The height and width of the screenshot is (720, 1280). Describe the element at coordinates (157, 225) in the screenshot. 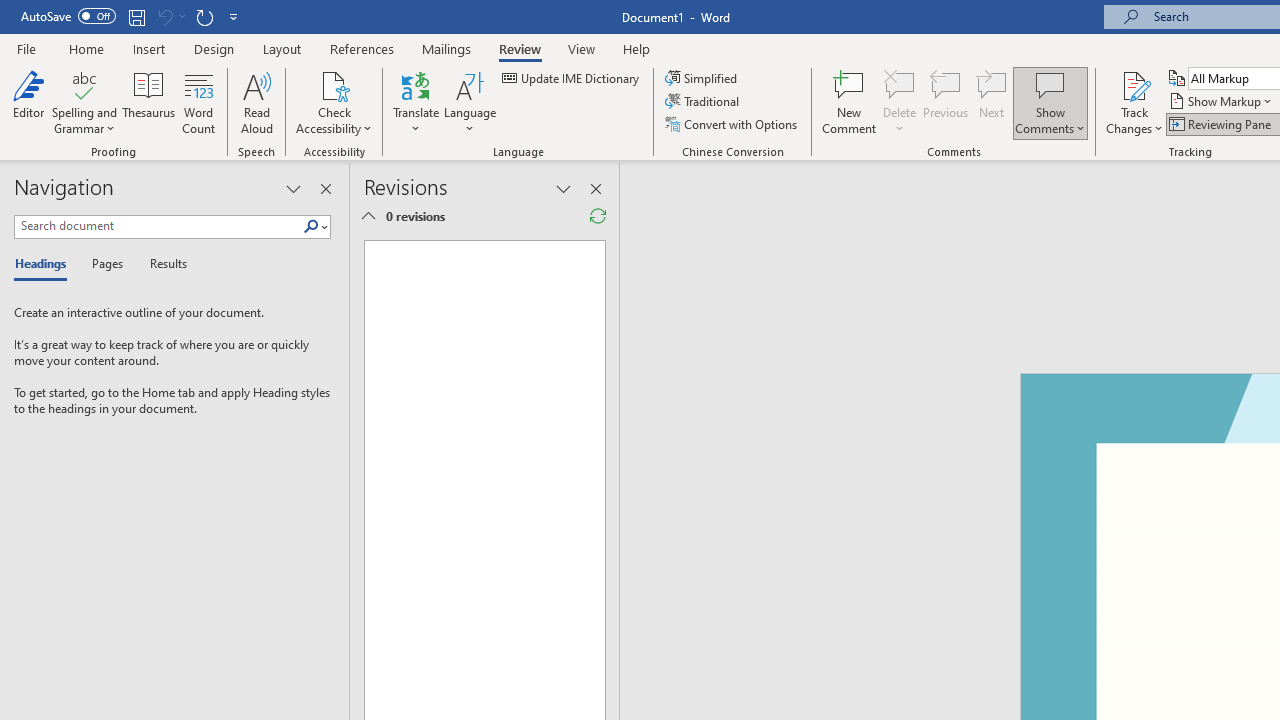

I see `'Search document'` at that location.